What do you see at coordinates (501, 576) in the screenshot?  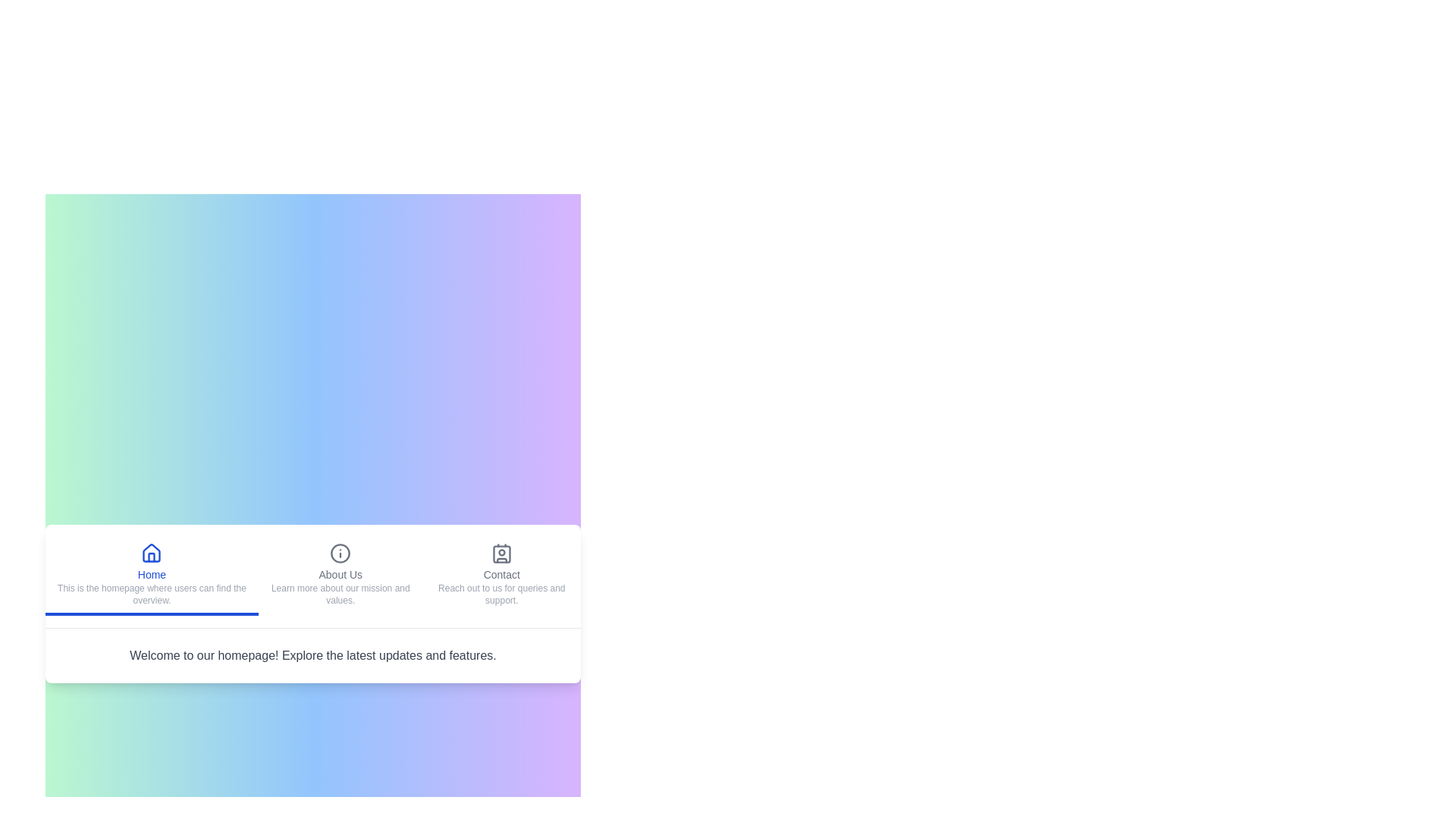 I see `the Contact tab to navigate to its content` at bounding box center [501, 576].